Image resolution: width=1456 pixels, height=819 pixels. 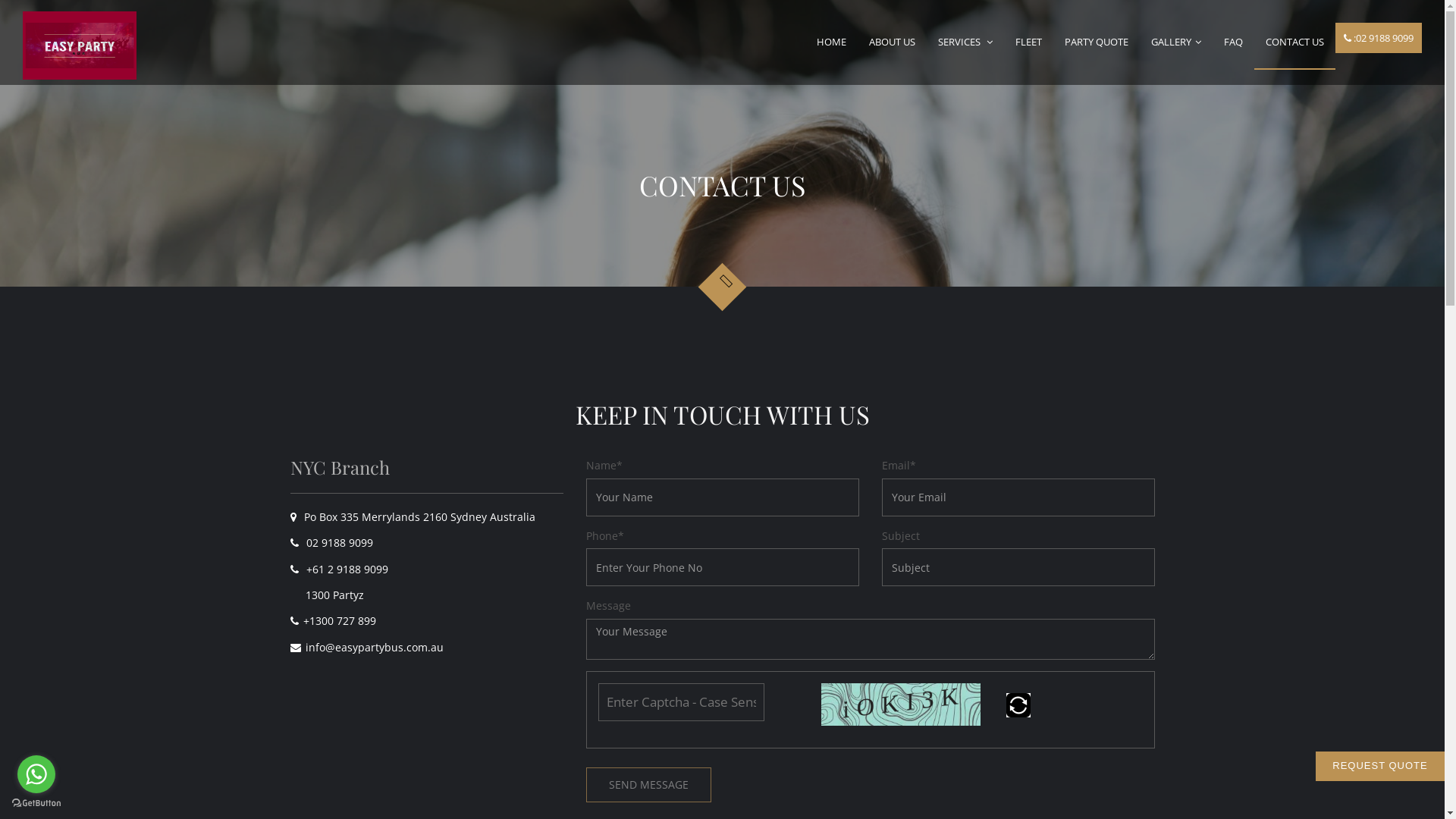 What do you see at coordinates (414, 516) in the screenshot?
I see `'Po Box 335 Merrylands 2160 Sydney Australia'` at bounding box center [414, 516].